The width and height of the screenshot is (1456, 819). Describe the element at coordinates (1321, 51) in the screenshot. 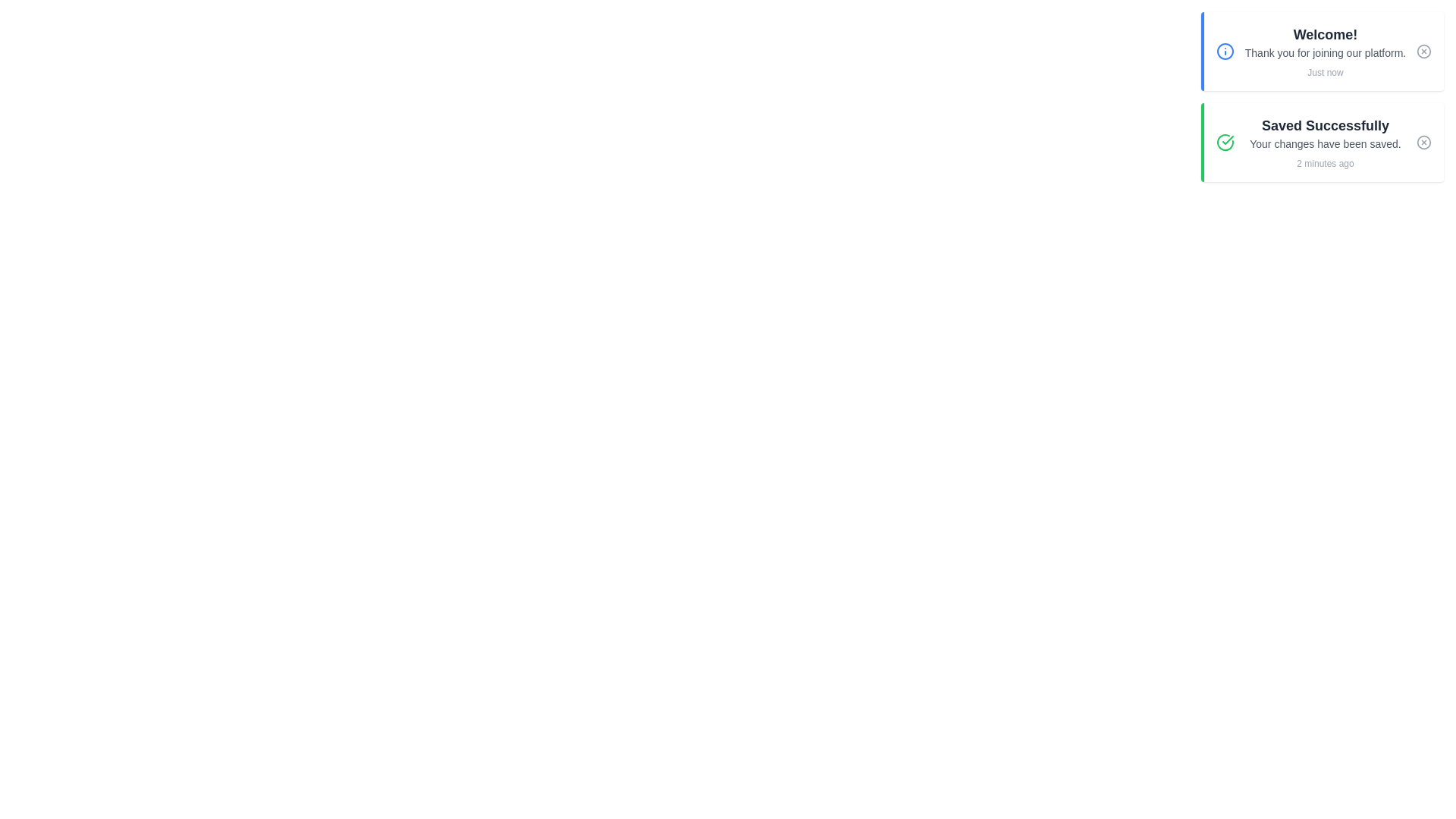

I see `the notification message to read it` at that location.